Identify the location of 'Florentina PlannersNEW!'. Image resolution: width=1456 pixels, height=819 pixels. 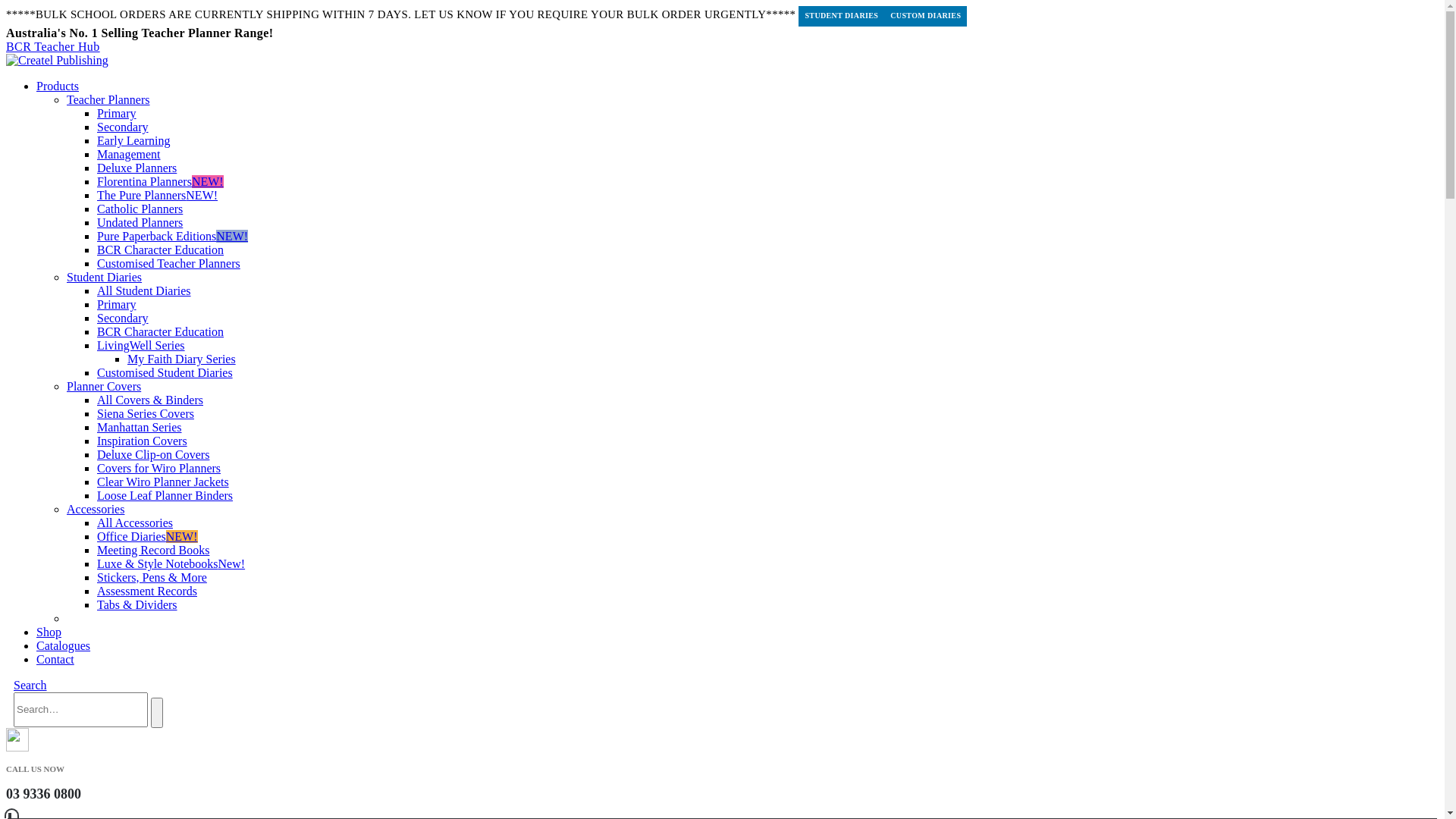
(96, 180).